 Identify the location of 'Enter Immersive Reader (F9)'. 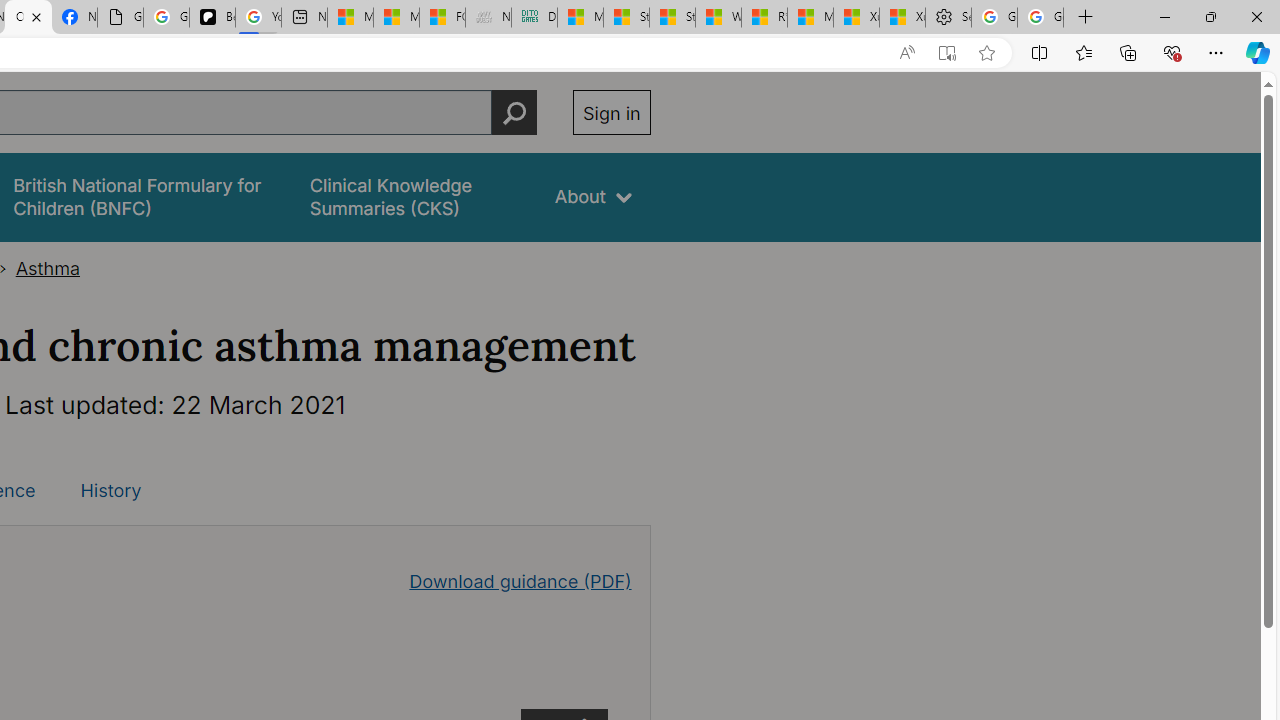
(945, 52).